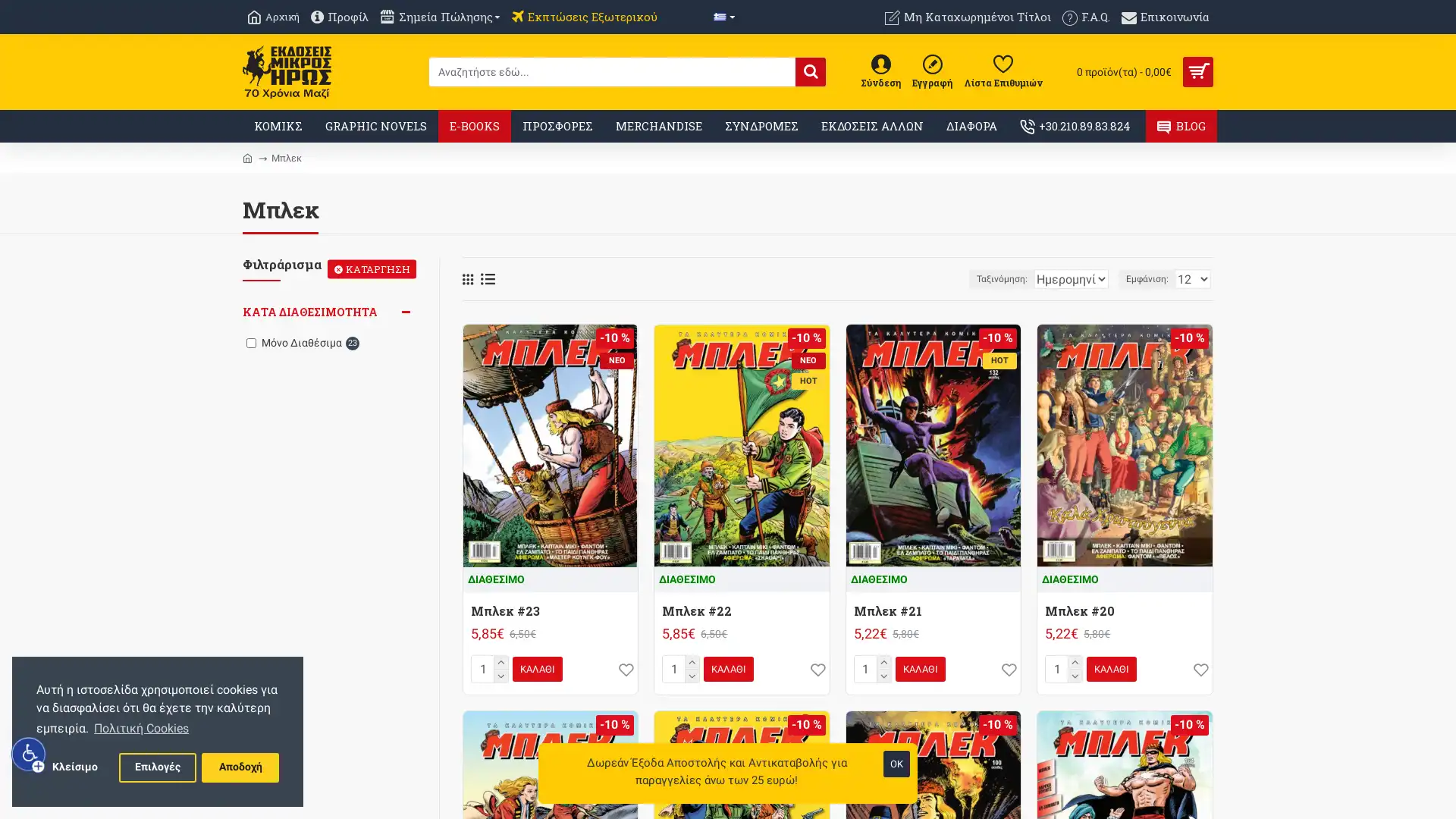 This screenshot has width=1456, height=819. What do you see at coordinates (29, 754) in the screenshot?
I see `Accessibility Menu` at bounding box center [29, 754].